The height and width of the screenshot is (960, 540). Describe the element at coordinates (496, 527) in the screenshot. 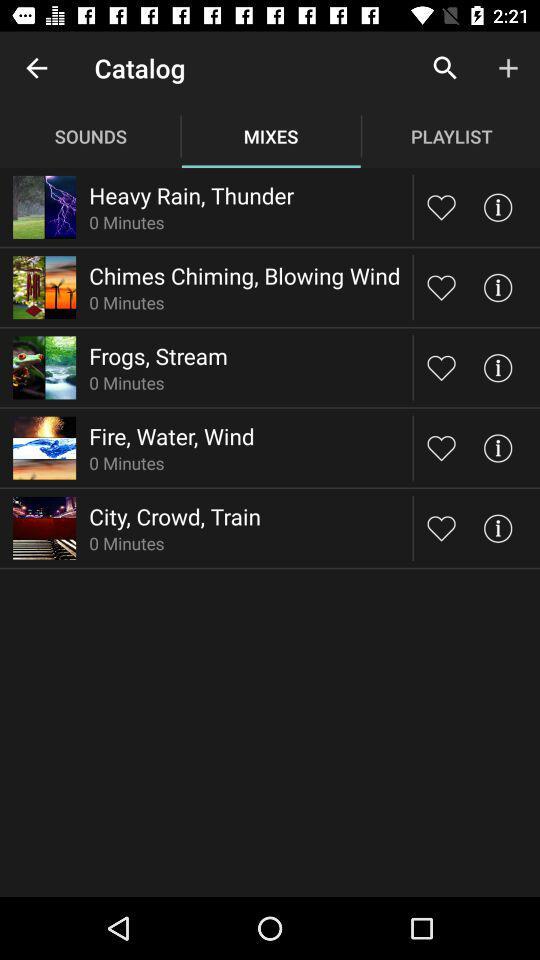

I see `more information` at that location.